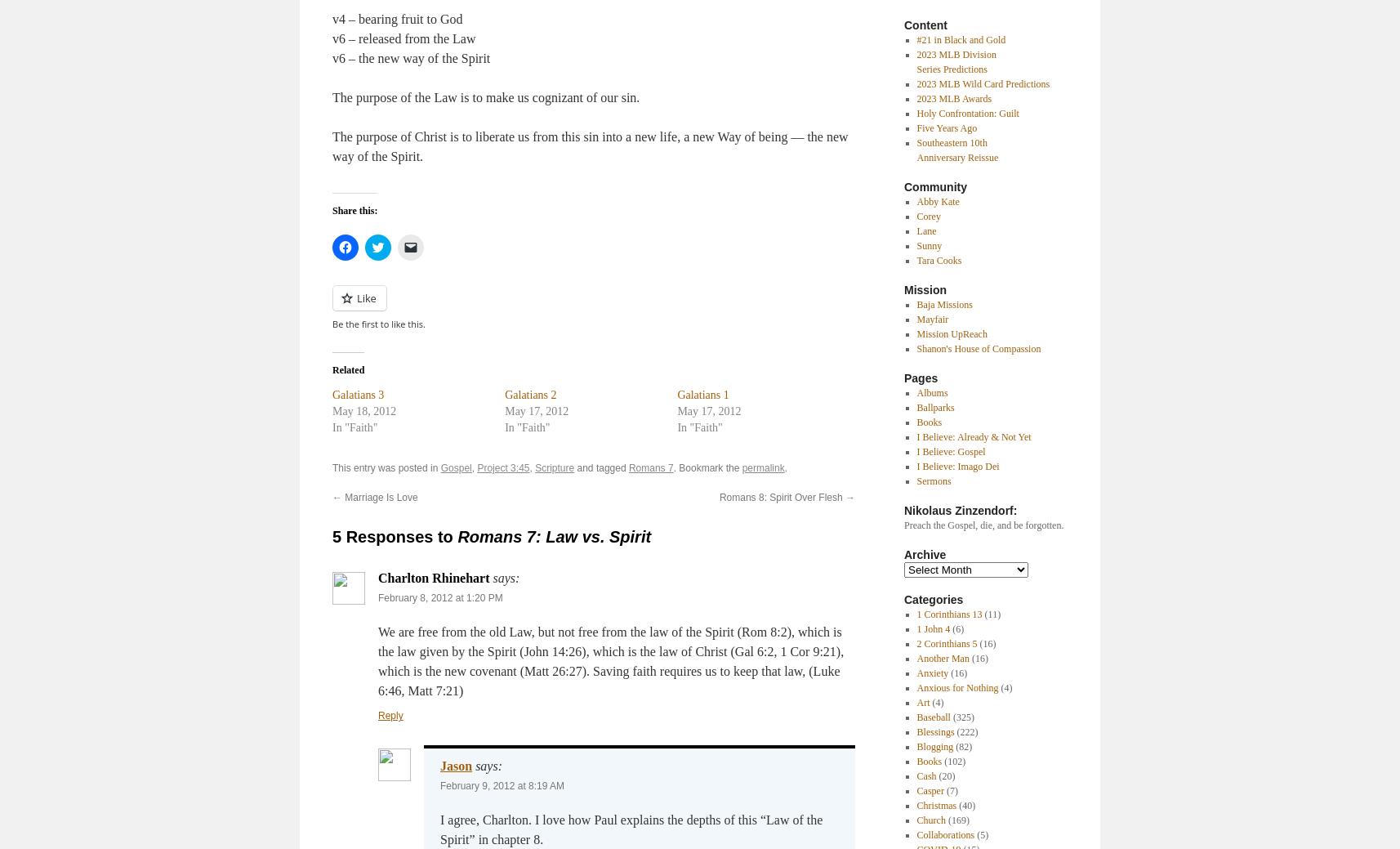  I want to click on 'Romans 7: Law vs. Spirit', so click(553, 536).